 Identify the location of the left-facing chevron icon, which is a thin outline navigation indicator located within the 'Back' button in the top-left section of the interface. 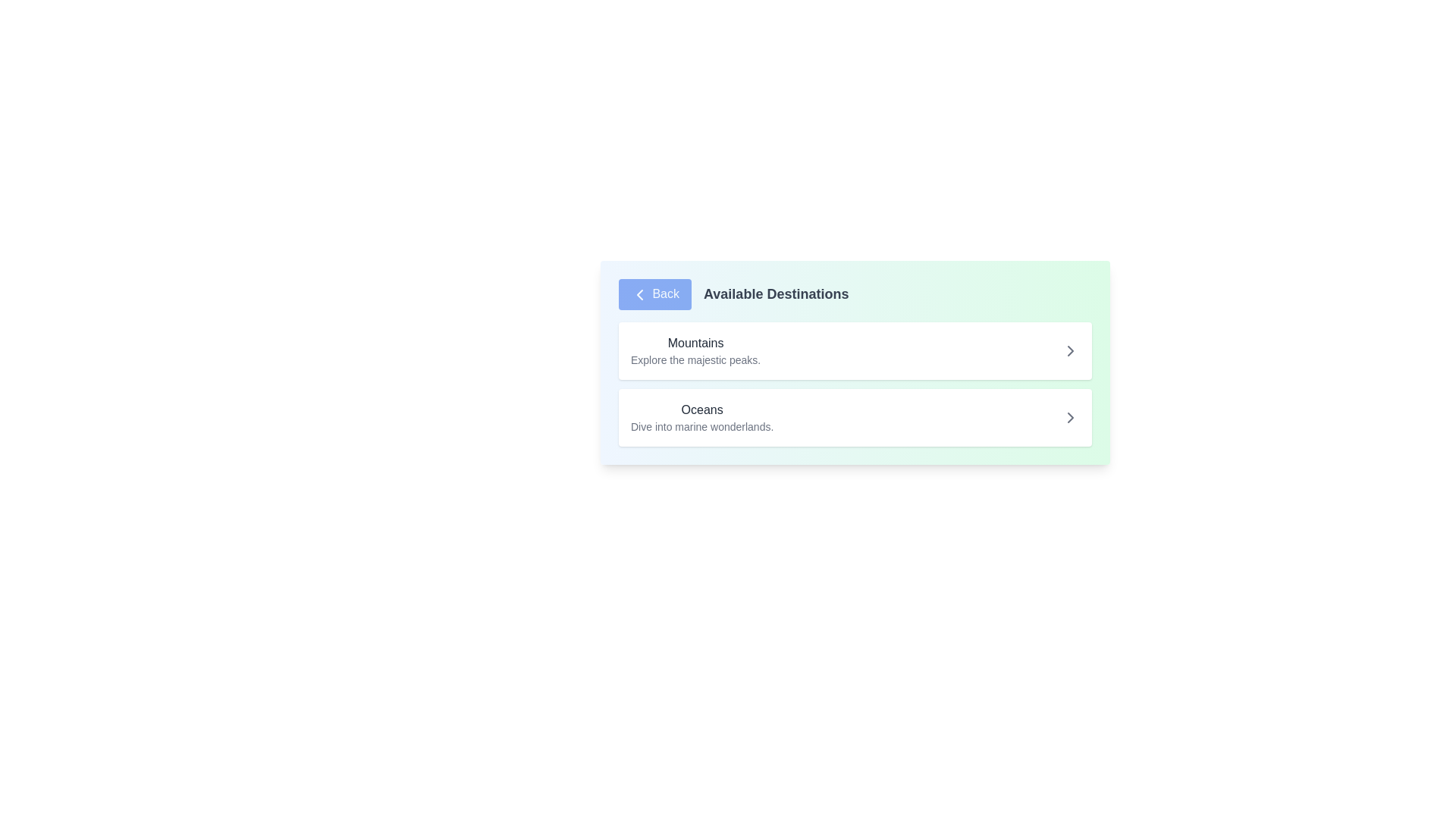
(640, 294).